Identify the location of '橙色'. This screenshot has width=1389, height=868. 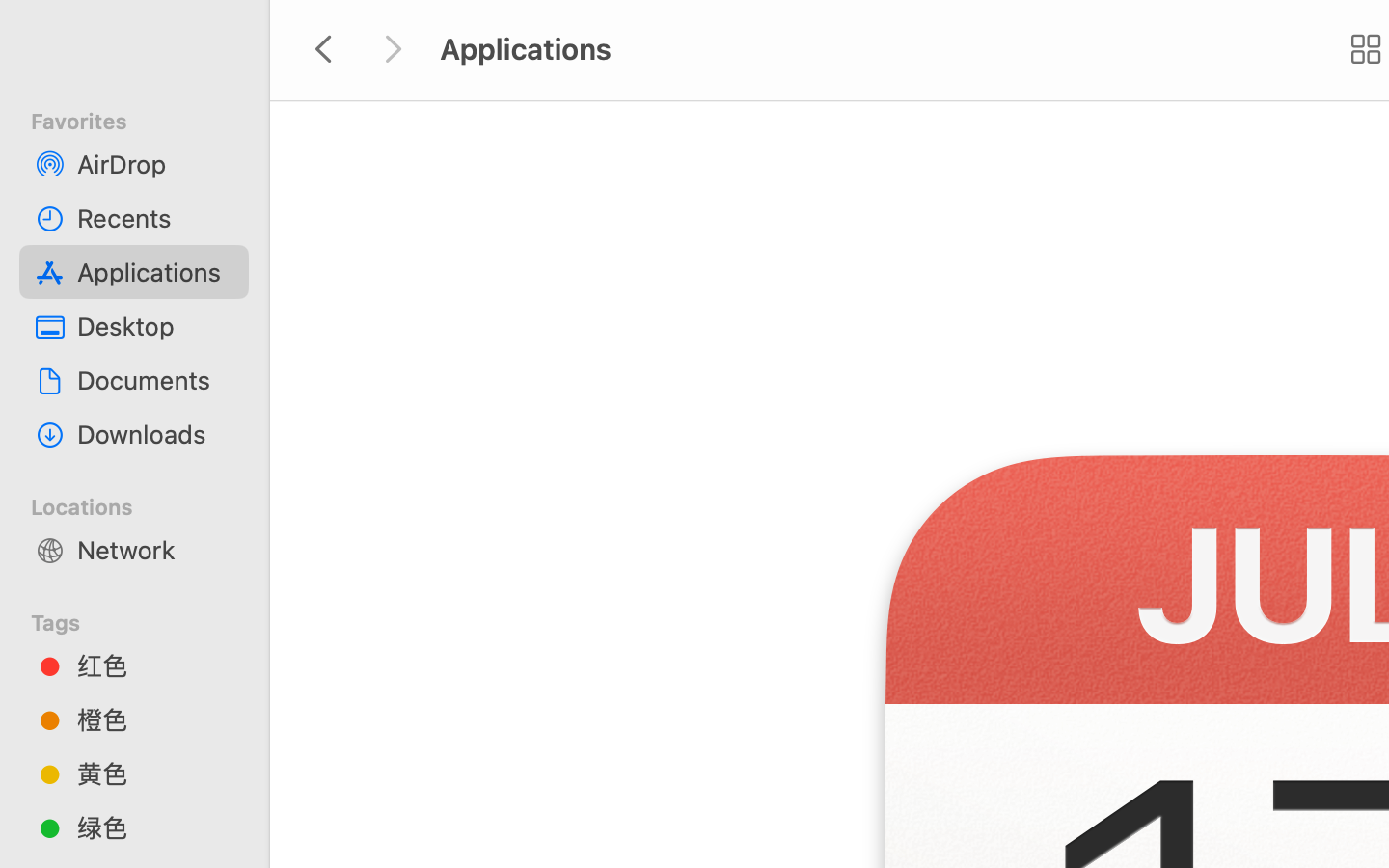
(153, 719).